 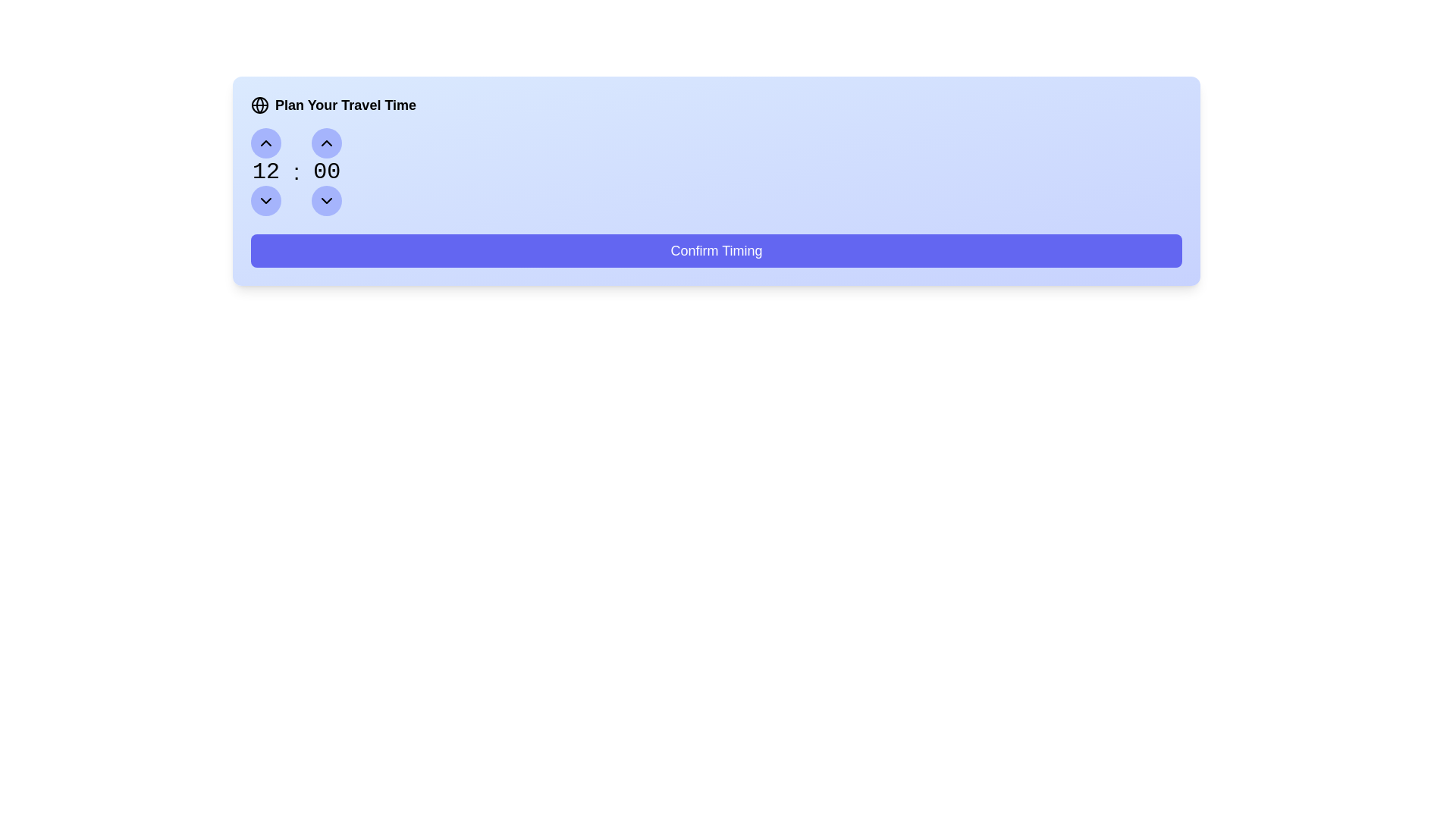 What do you see at coordinates (326, 171) in the screenshot?
I see `the text display component that shows the number '00' in a monospaced font style, located to the left of the up and down arrow buttons` at bounding box center [326, 171].